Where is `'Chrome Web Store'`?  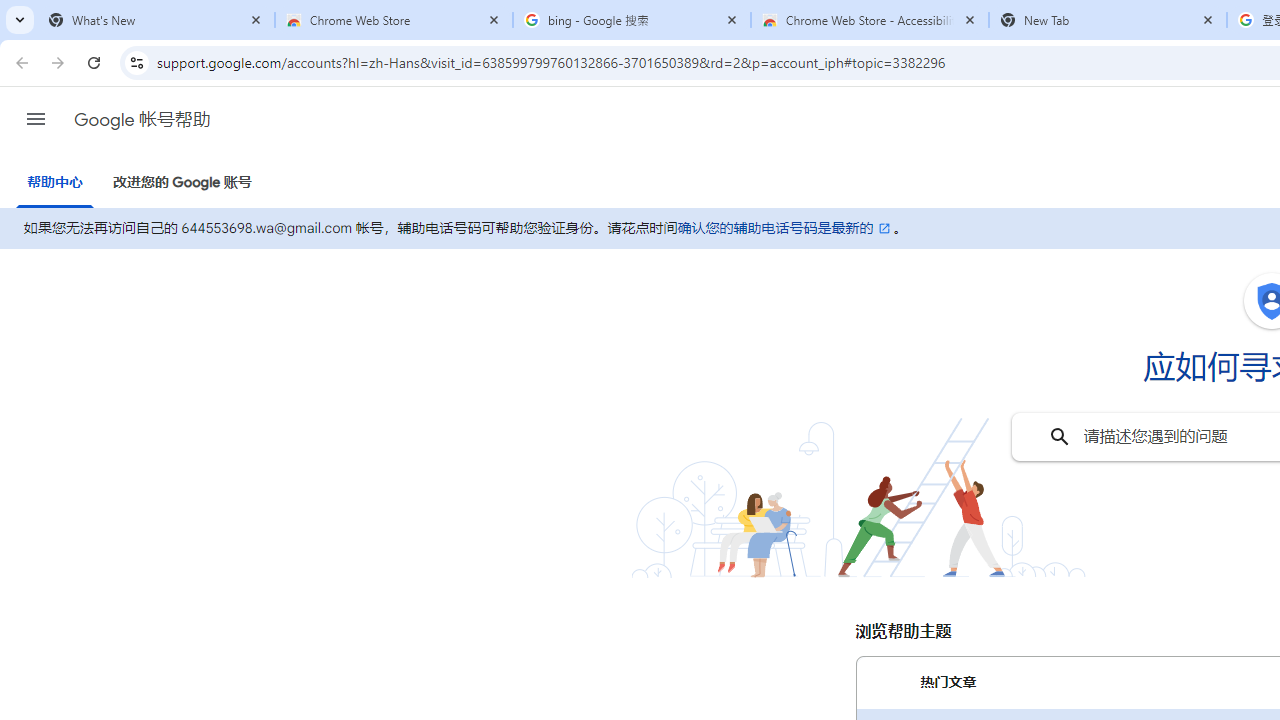
'Chrome Web Store' is located at coordinates (394, 20).